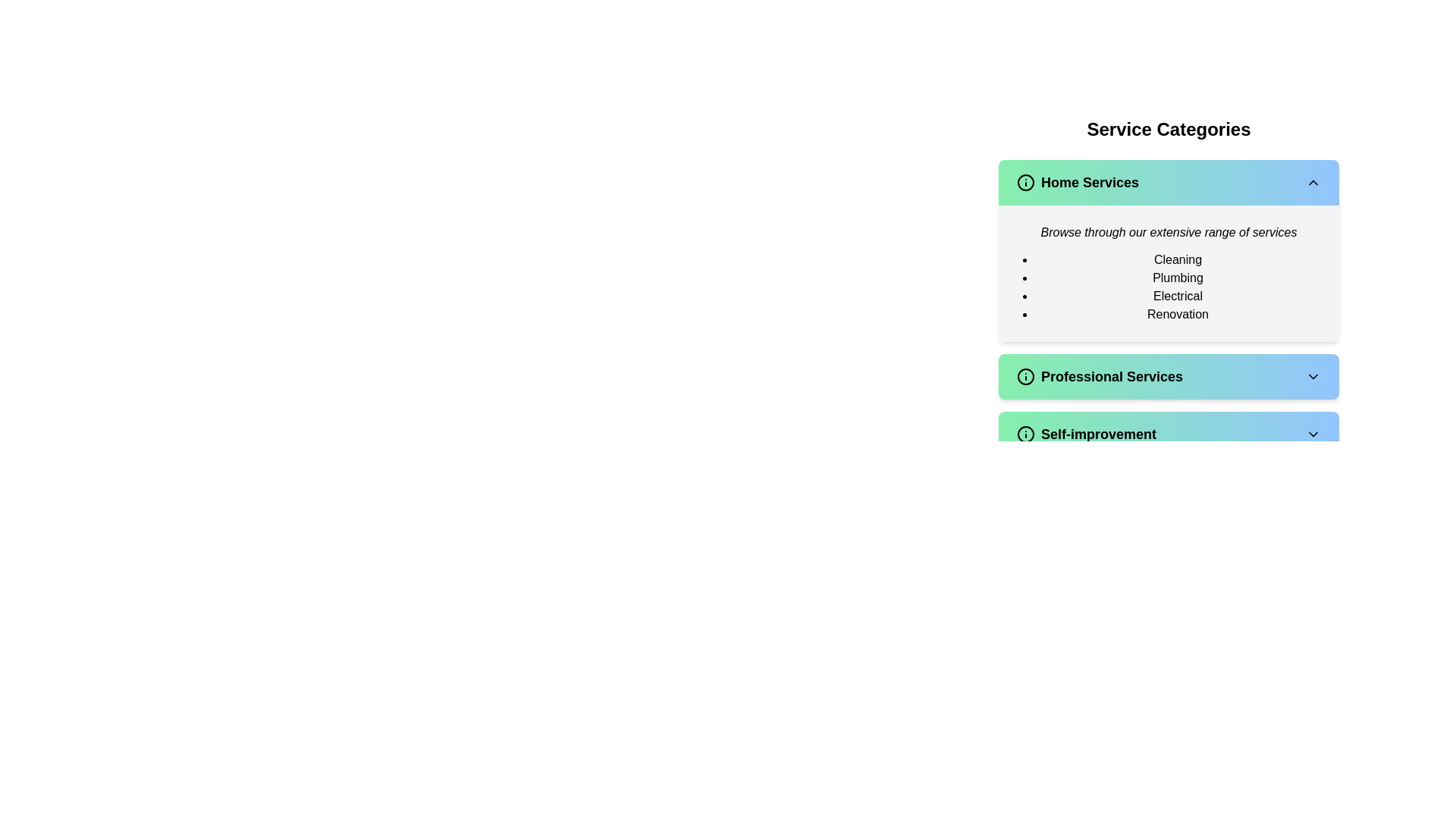 The width and height of the screenshot is (1456, 819). Describe the element at coordinates (1168, 435) in the screenshot. I see `the third button in the 'Service Categories' section` at that location.